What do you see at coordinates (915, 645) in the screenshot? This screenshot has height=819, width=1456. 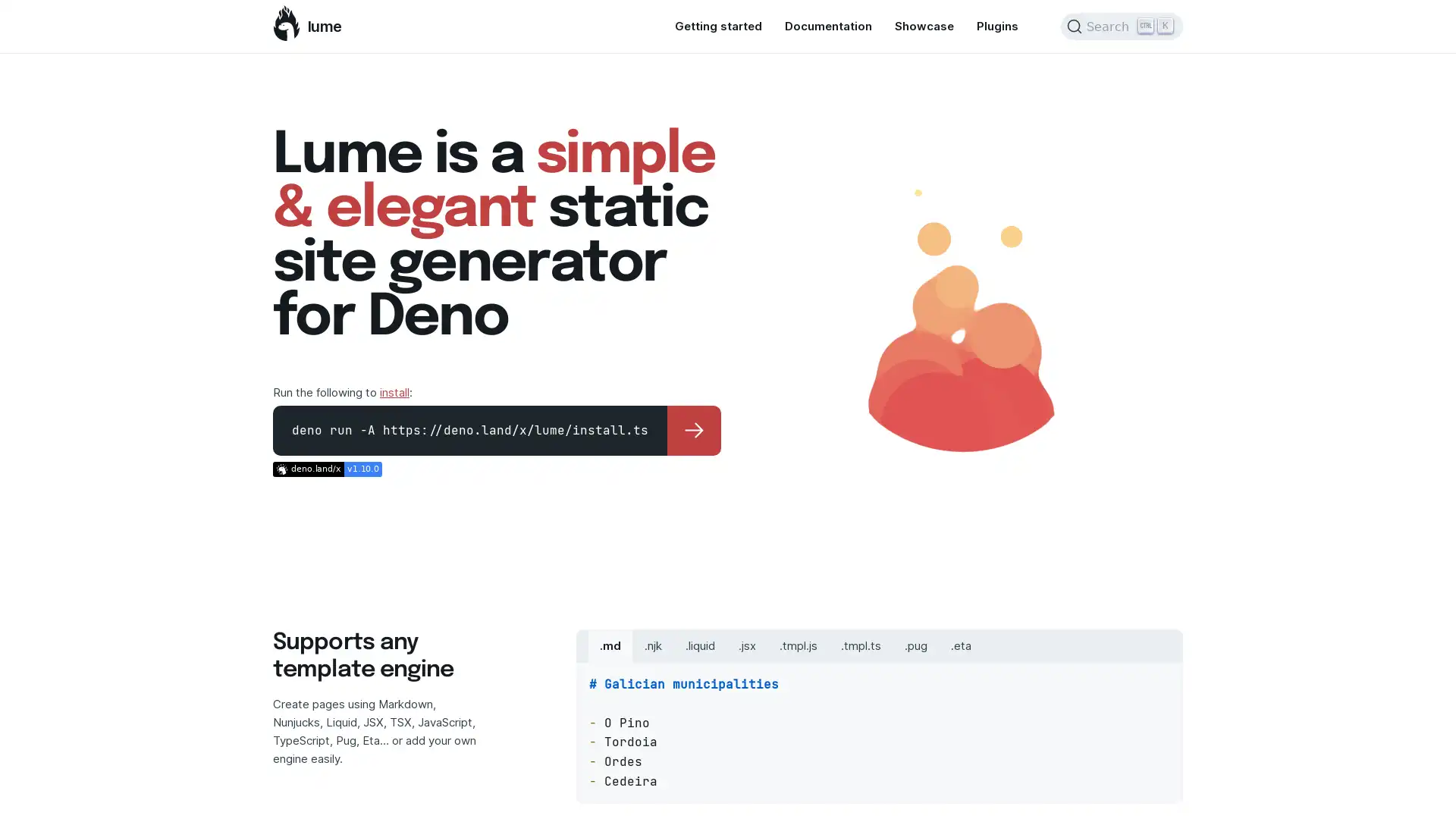 I see `.pug` at bounding box center [915, 645].